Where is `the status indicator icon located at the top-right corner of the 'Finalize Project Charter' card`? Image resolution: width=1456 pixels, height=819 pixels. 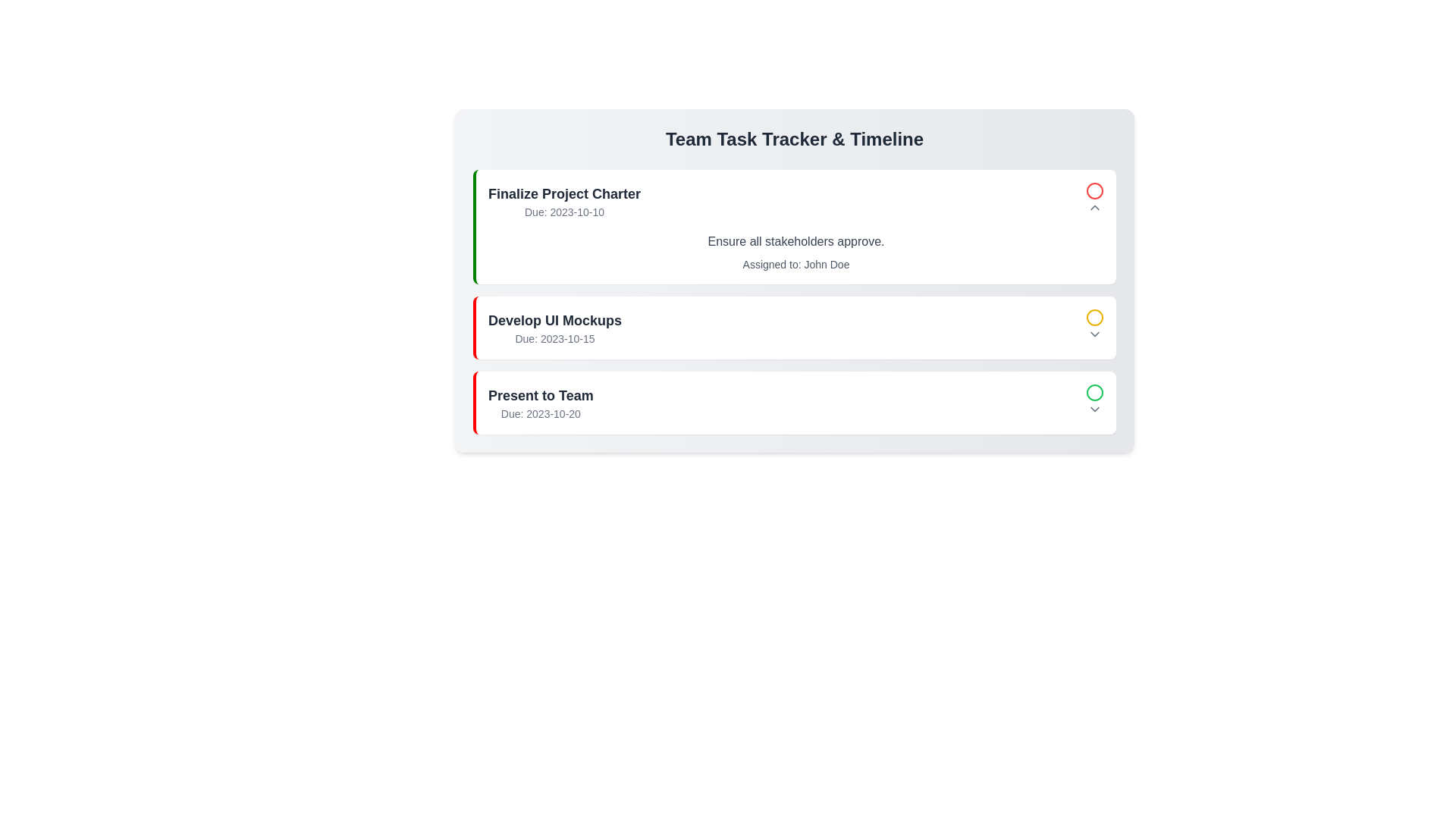
the status indicator icon located at the top-right corner of the 'Finalize Project Charter' card is located at coordinates (1095, 200).